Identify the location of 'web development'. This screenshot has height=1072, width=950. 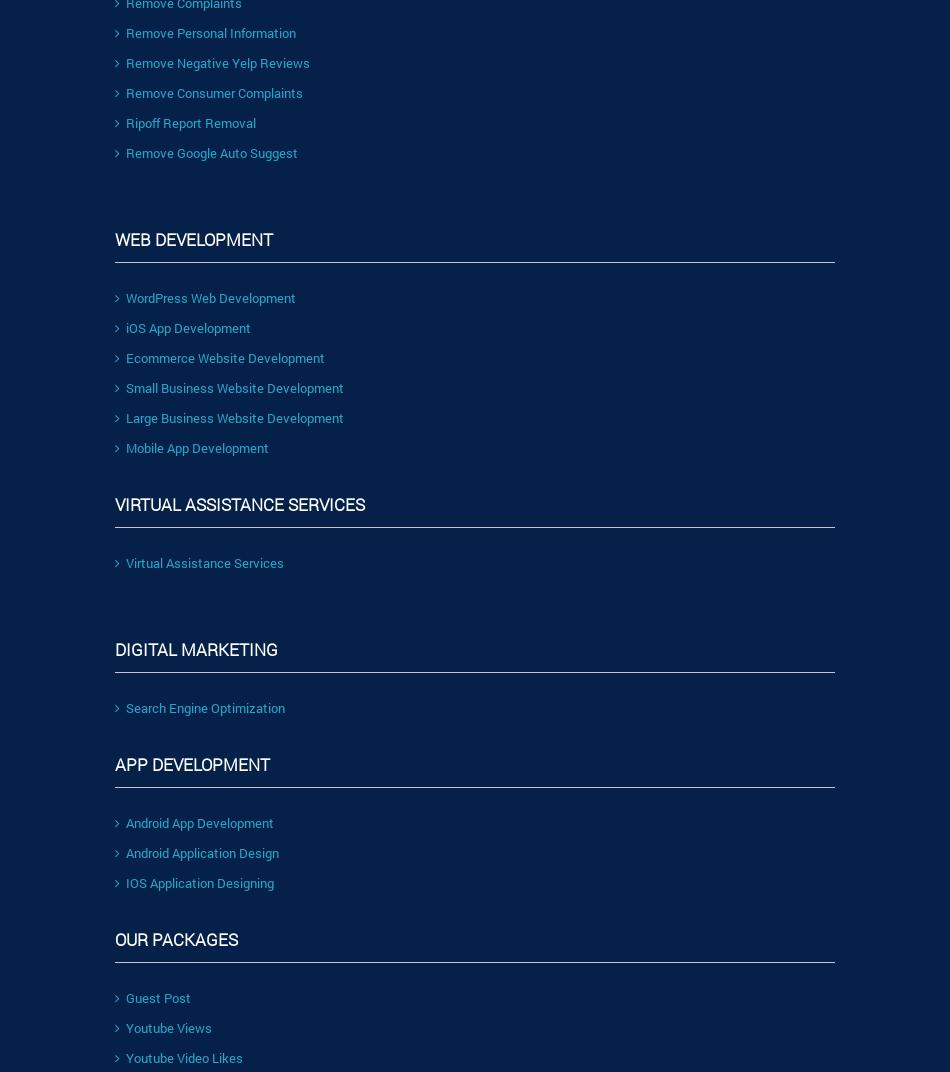
(193, 238).